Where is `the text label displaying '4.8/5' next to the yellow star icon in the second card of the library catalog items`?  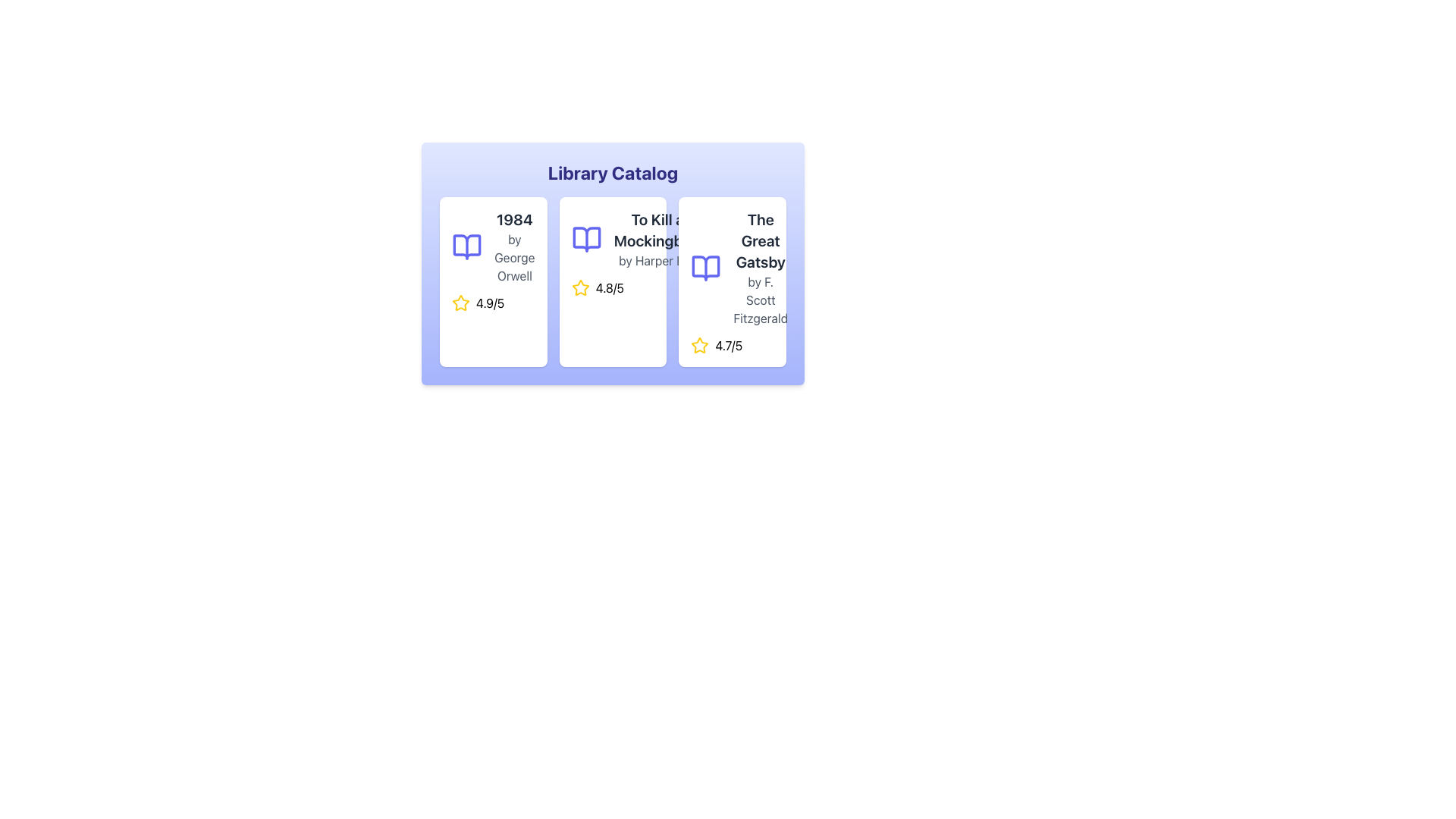
the text label displaying '4.8/5' next to the yellow star icon in the second card of the library catalog items is located at coordinates (610, 288).